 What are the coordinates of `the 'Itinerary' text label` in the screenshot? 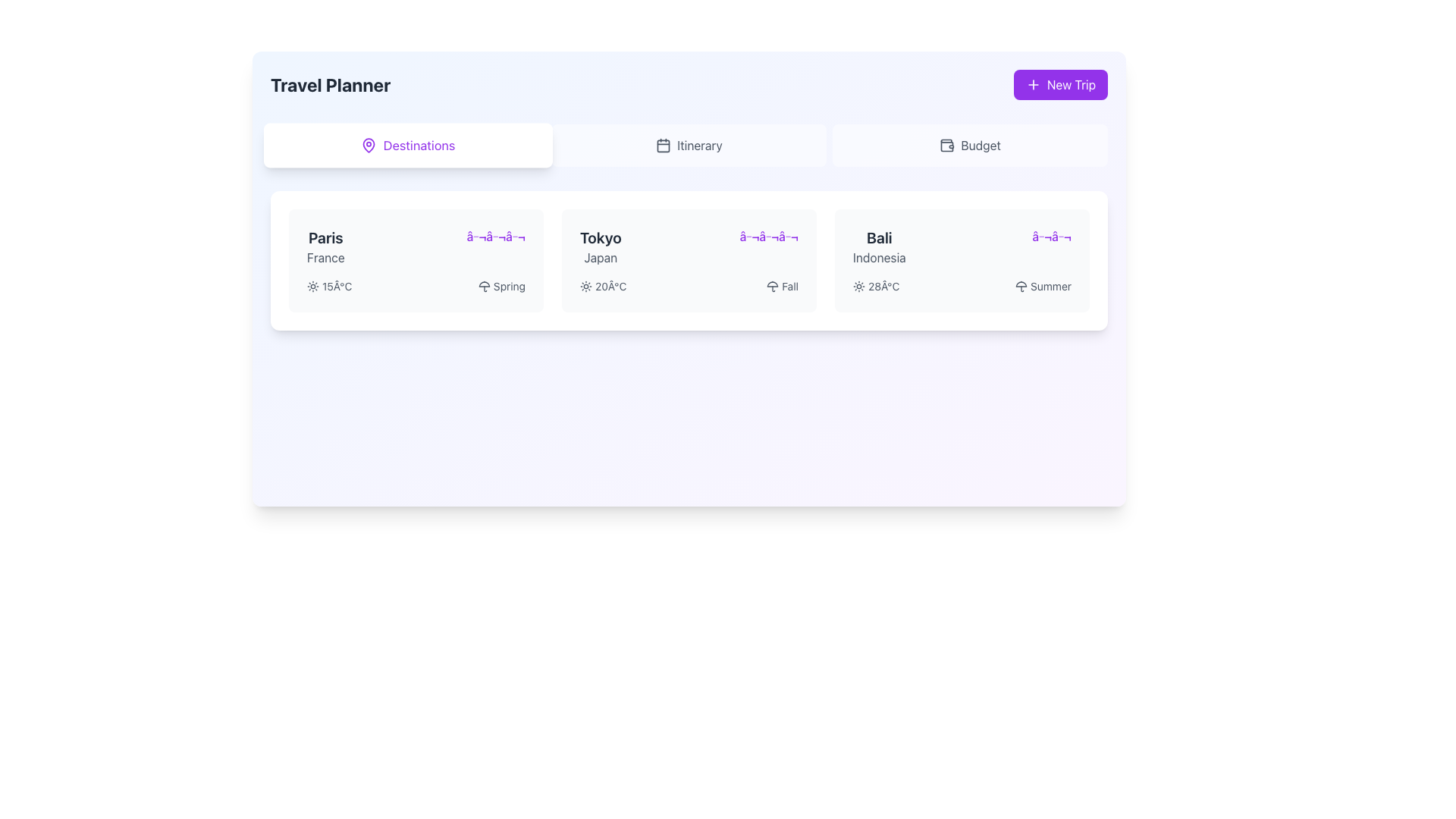 It's located at (698, 146).